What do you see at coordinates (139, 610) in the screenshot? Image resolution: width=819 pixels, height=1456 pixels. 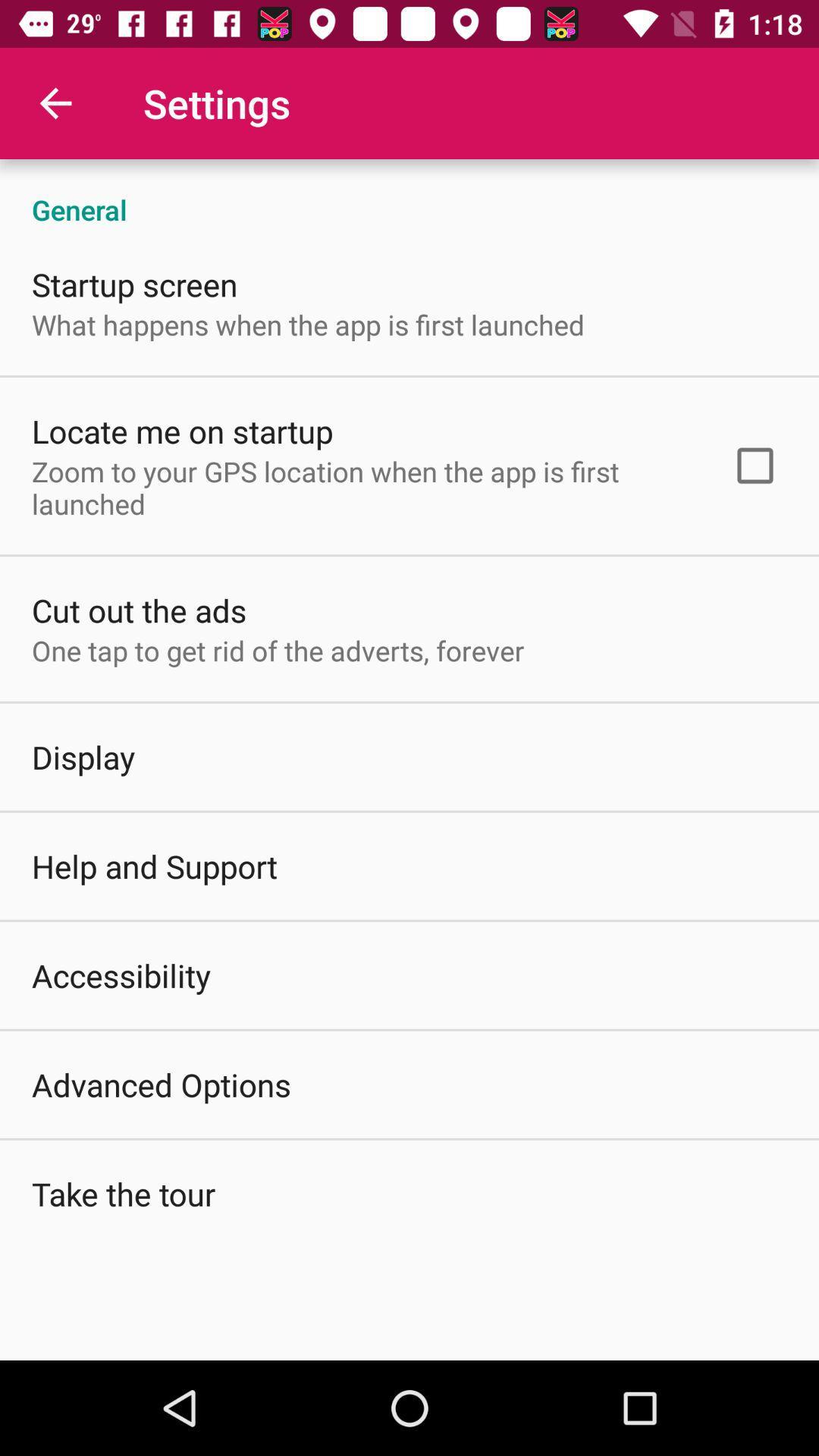 I see `icon below zoom to your icon` at bounding box center [139, 610].